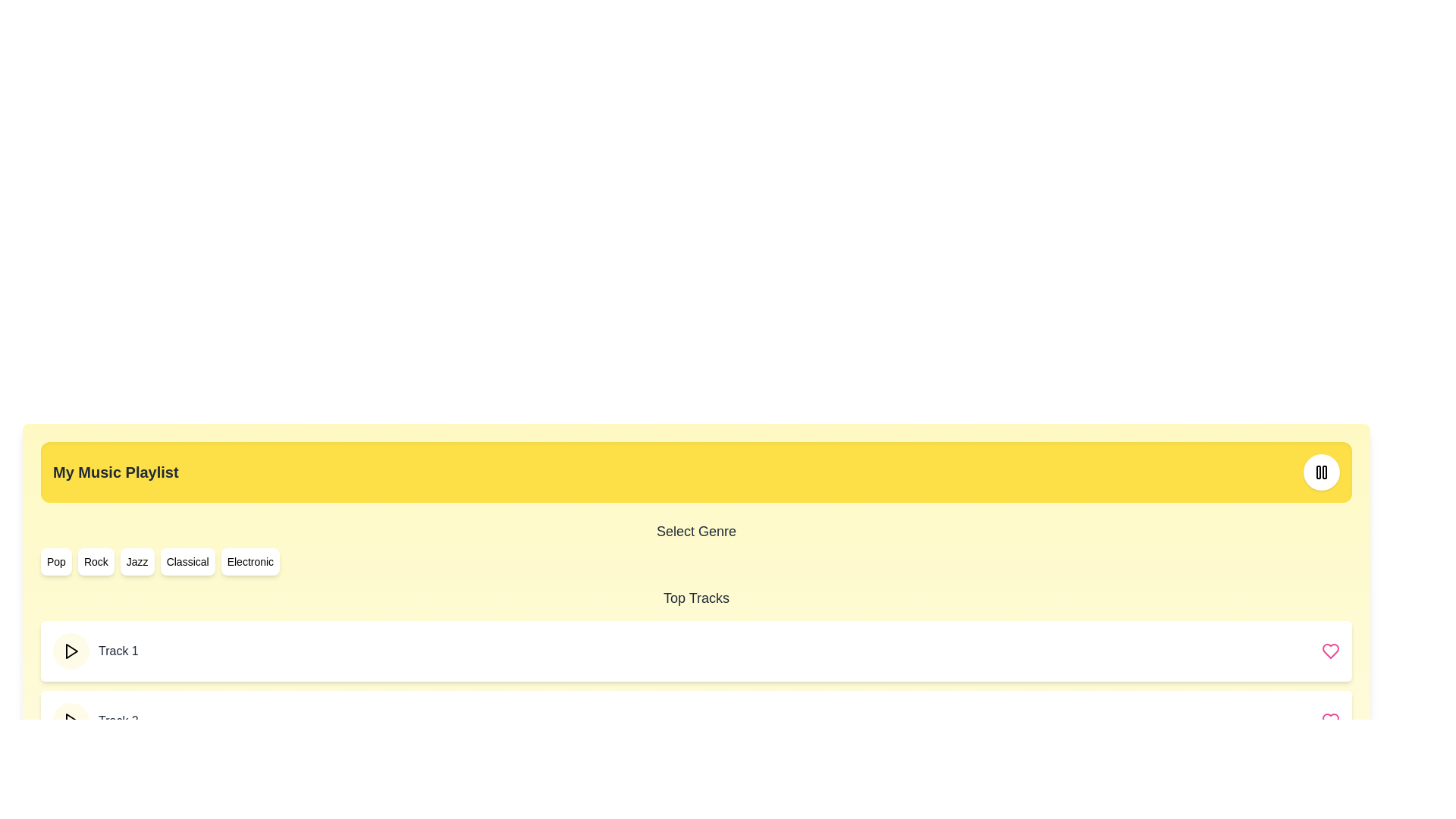 Image resolution: width=1456 pixels, height=819 pixels. What do you see at coordinates (250, 561) in the screenshot?
I see `the 'Electronic' button, which is a pill-shaped button with a white background and rounded corners, located below the 'My Music Playlist' header` at bounding box center [250, 561].